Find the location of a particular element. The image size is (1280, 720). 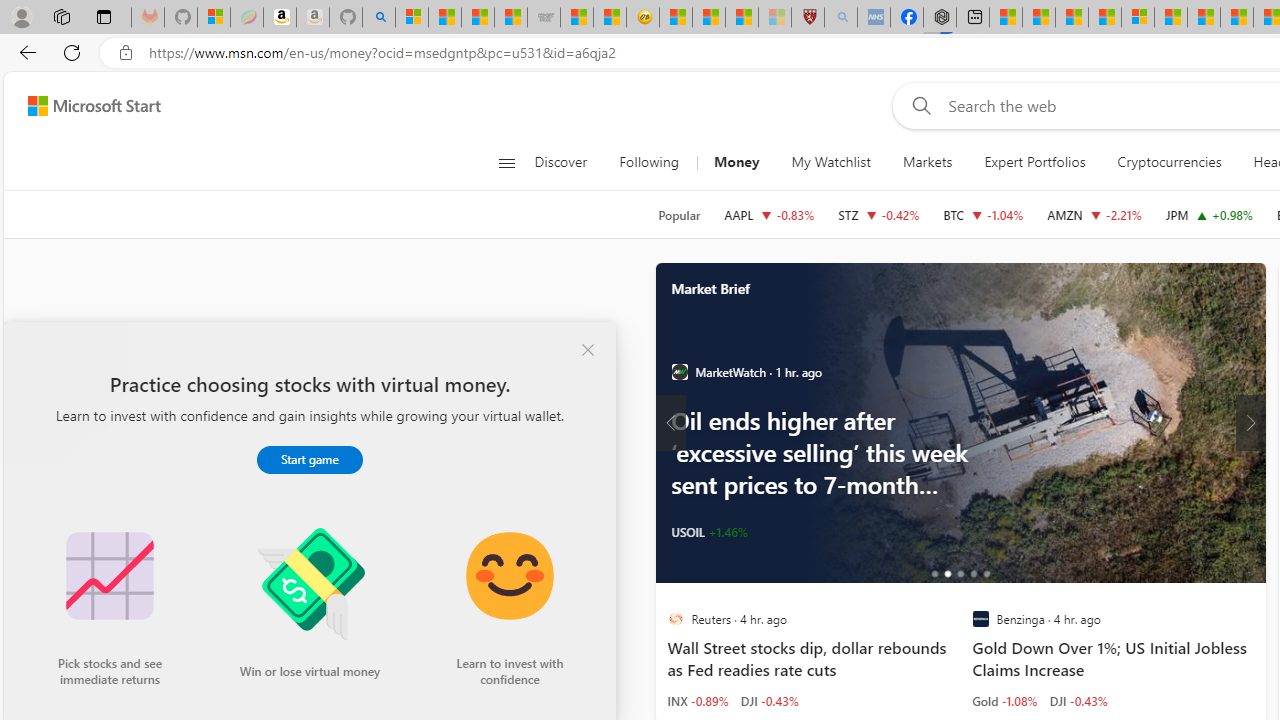

'Markets' is located at coordinates (927, 162).